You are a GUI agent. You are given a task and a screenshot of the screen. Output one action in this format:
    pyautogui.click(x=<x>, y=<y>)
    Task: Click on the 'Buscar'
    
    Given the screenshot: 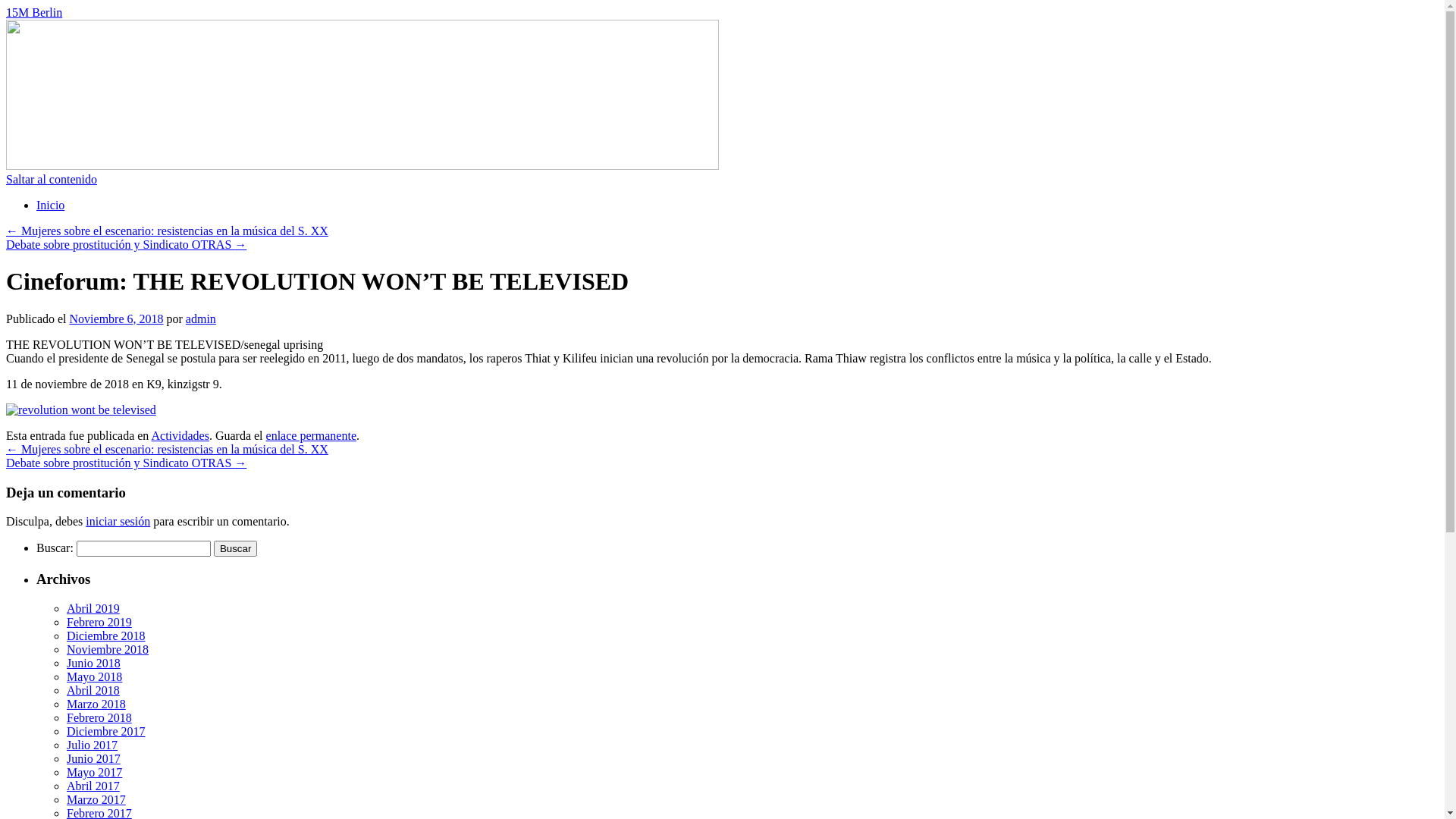 What is the action you would take?
    pyautogui.click(x=234, y=548)
    